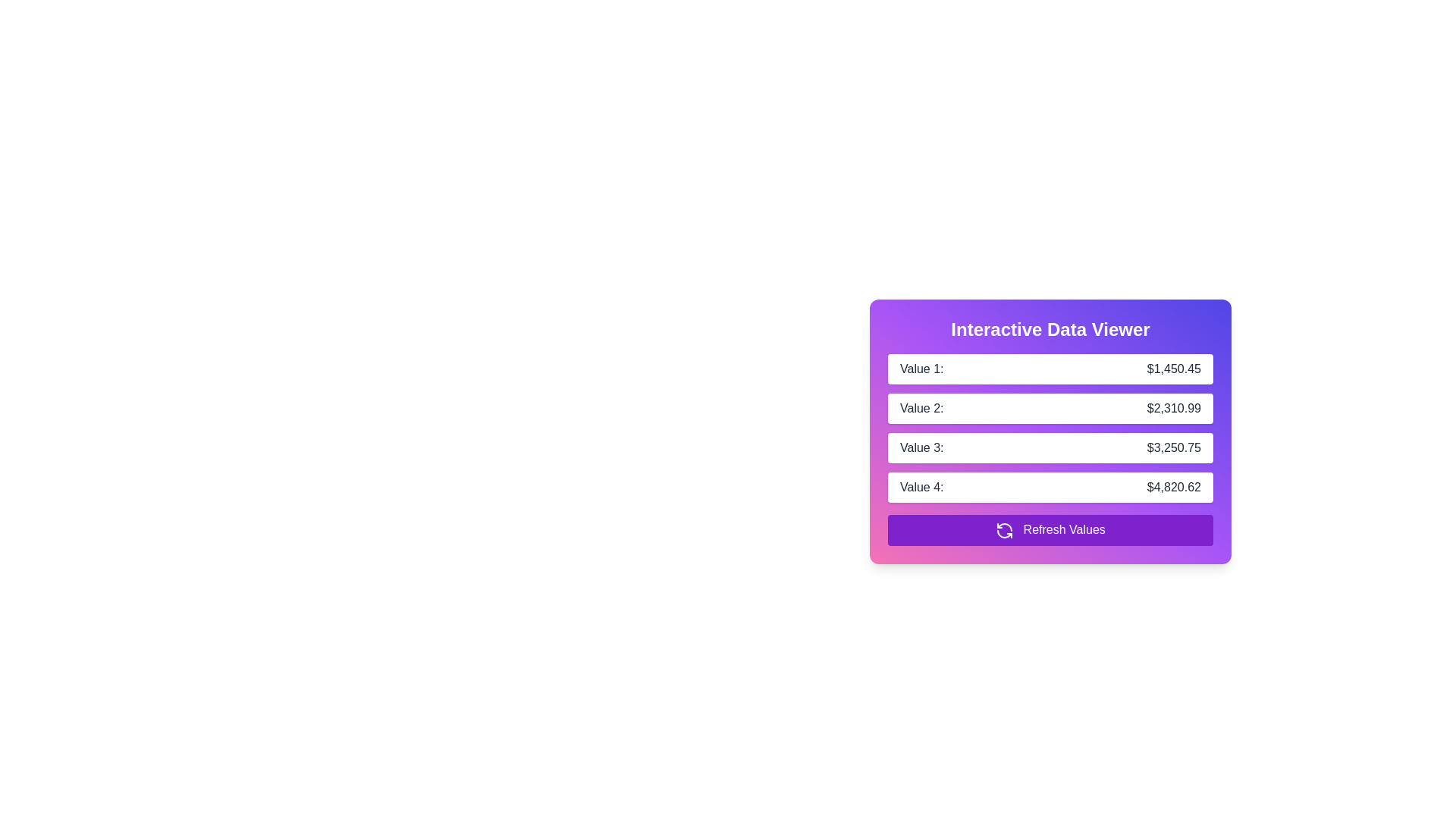 This screenshot has height=819, width=1456. I want to click on the static text label identifying the value '2', which is located to the left of '$2,310.99' in a card layout, so click(921, 408).